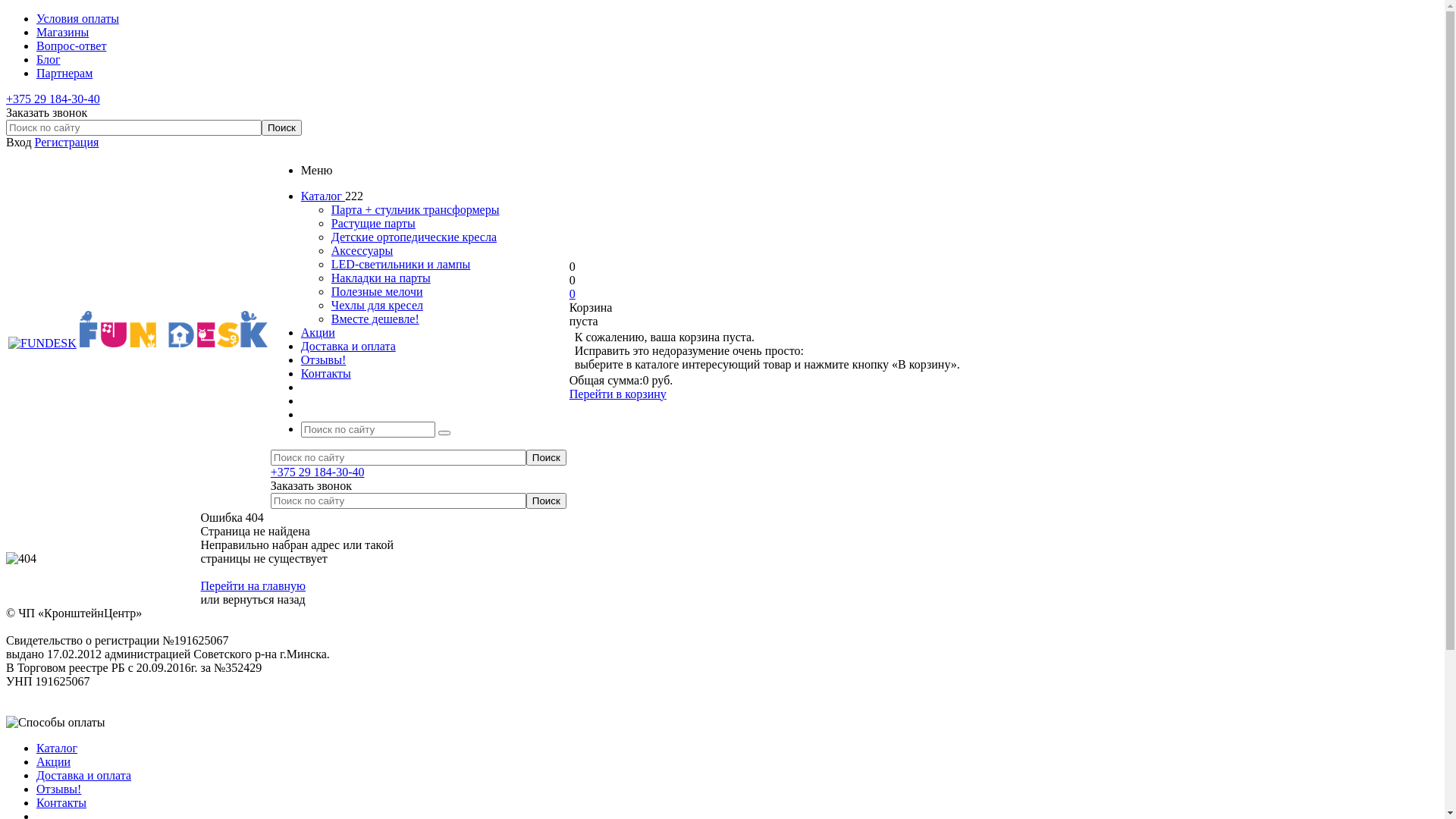  I want to click on '+375 29 184-30-40', so click(316, 471).